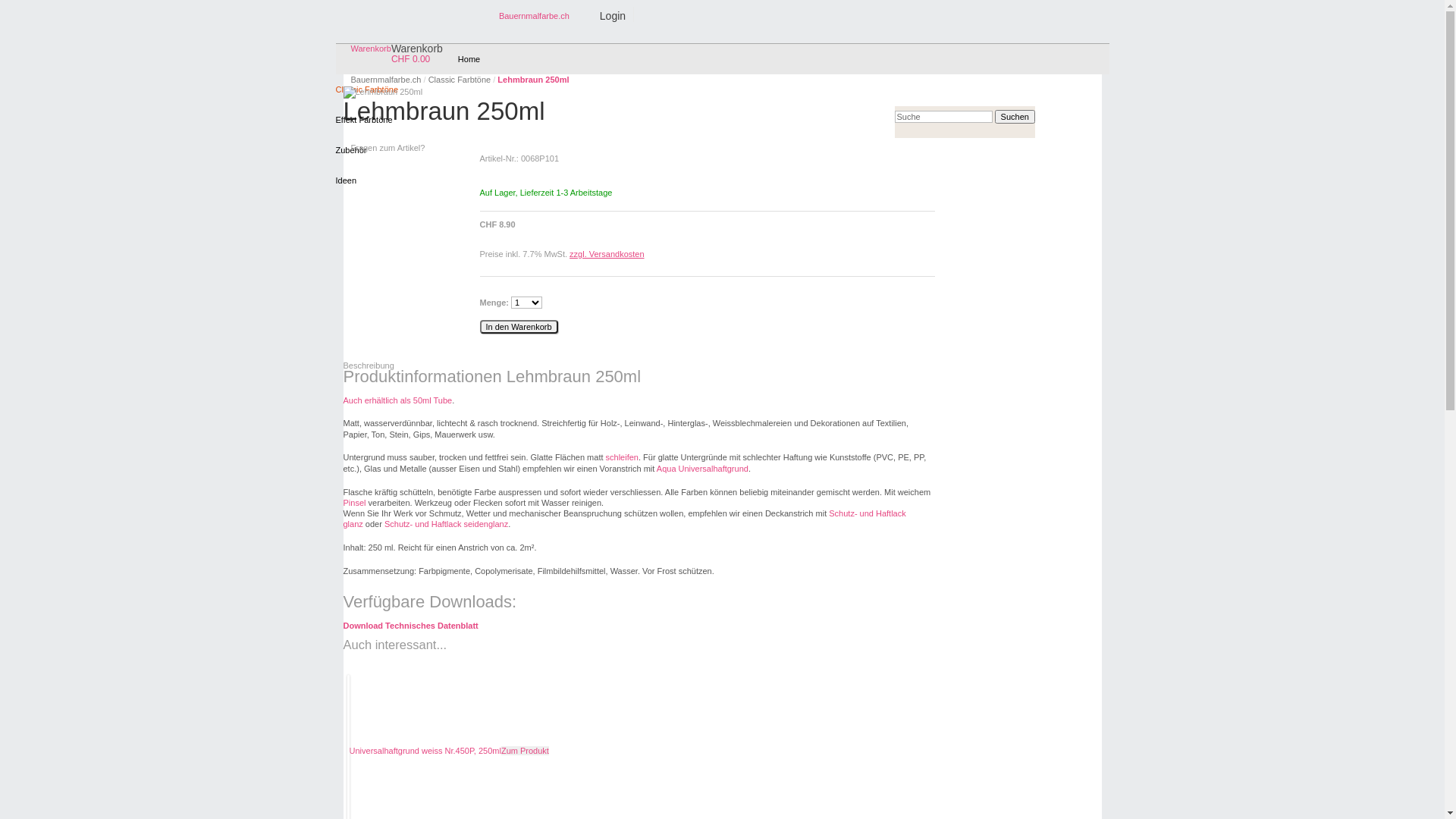 The height and width of the screenshot is (819, 1456). Describe the element at coordinates (341, 93) in the screenshot. I see `'Lehmbraun 250ml'` at that location.